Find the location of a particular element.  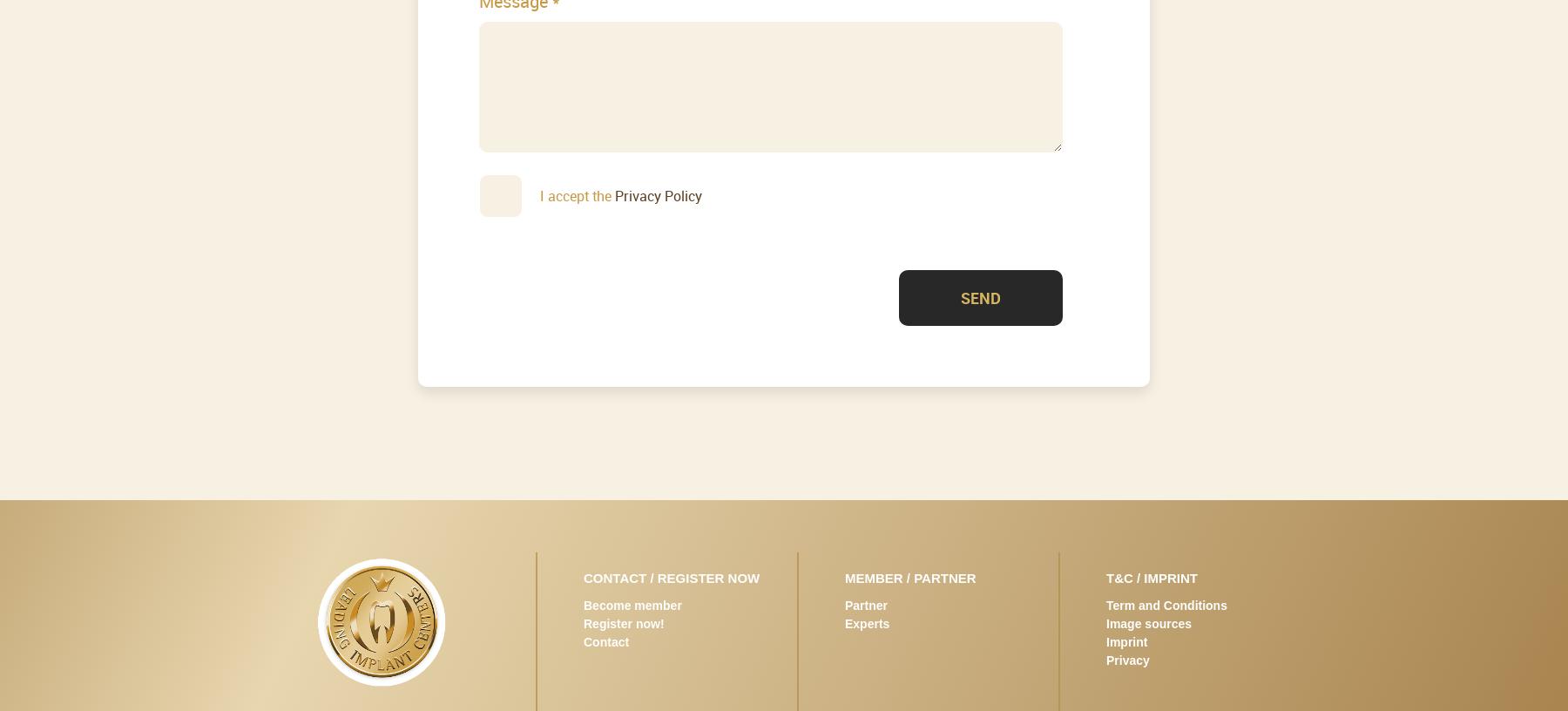

'Member / Partner' is located at coordinates (844, 576).